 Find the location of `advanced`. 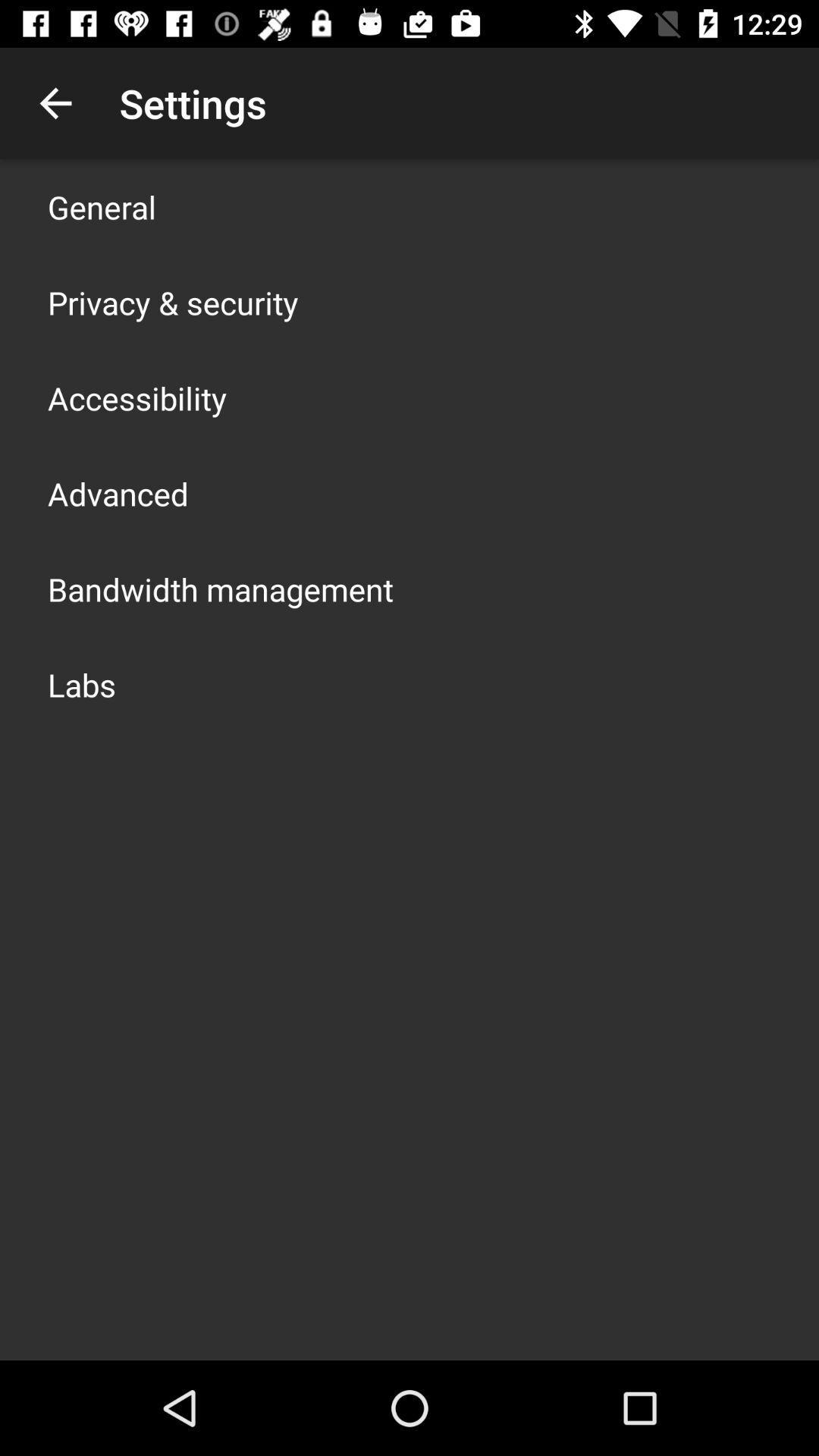

advanced is located at coordinates (117, 494).